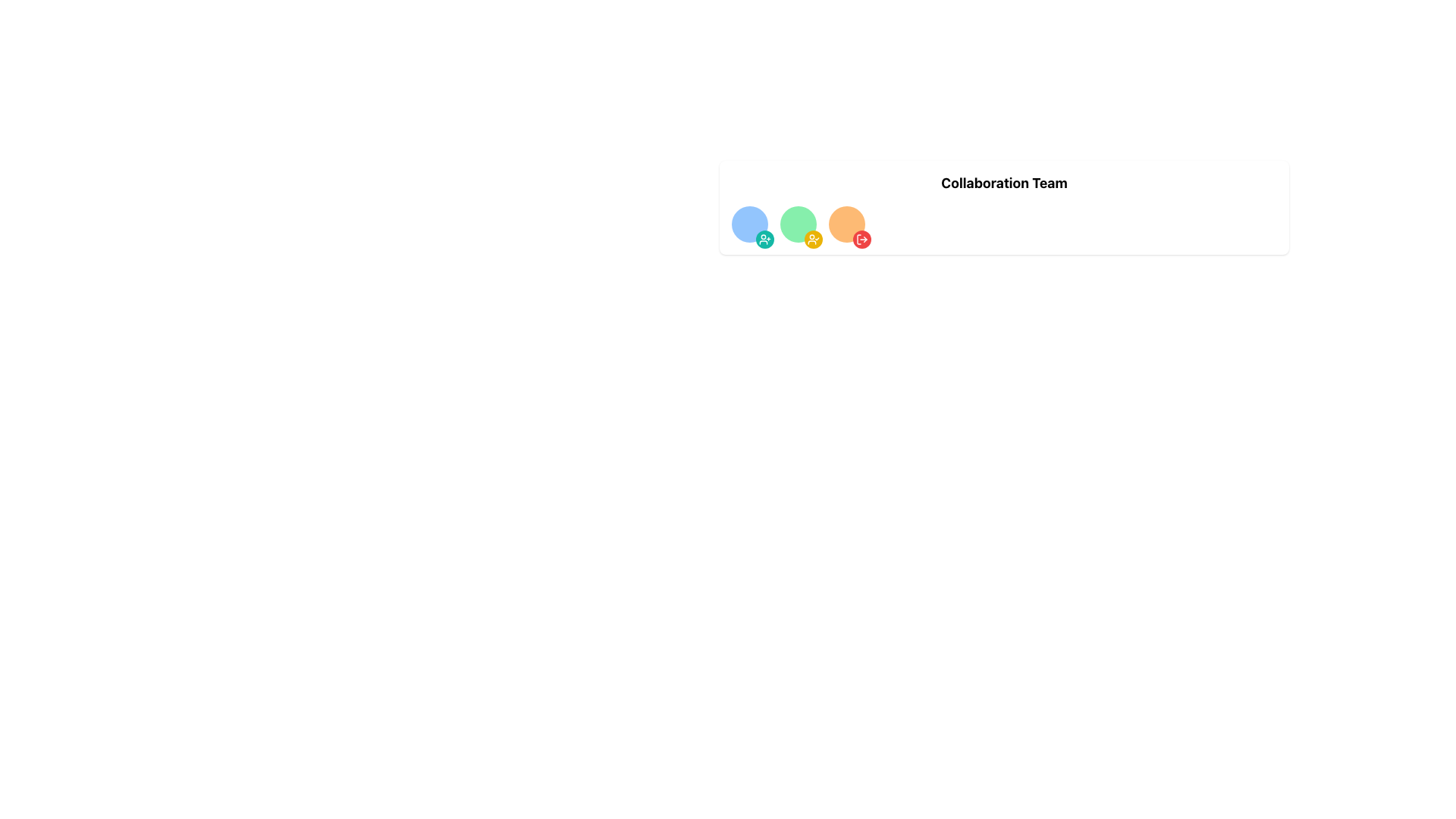 The image size is (1456, 819). I want to click on the log-out icon, which is a red circular graphic with a white arrow pointing right, located at the bottom right of the orange circular user avatar in the Collaboration Team section, so click(862, 239).